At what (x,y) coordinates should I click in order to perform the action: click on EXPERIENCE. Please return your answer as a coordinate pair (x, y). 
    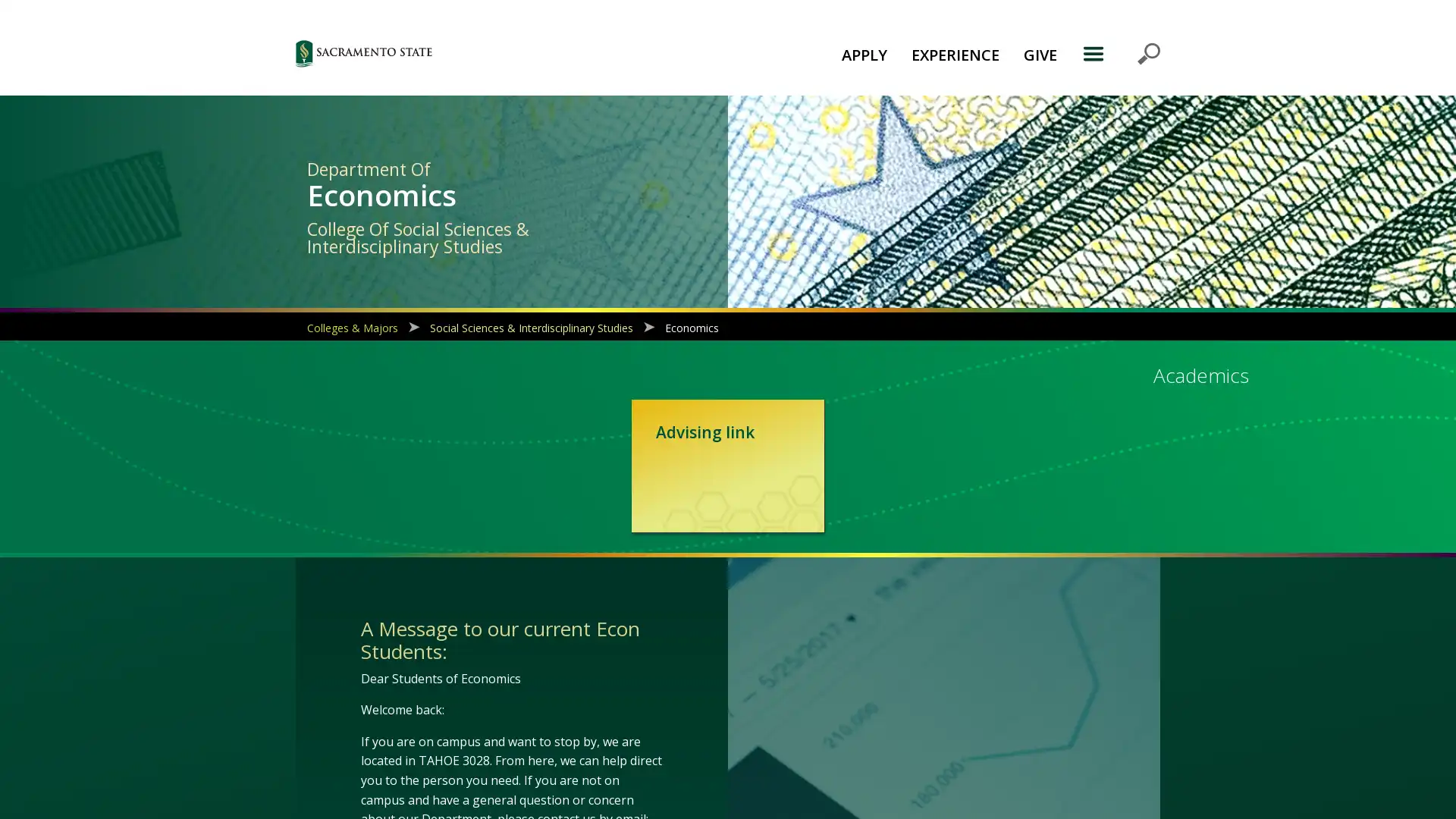
    Looking at the image, I should click on (954, 52).